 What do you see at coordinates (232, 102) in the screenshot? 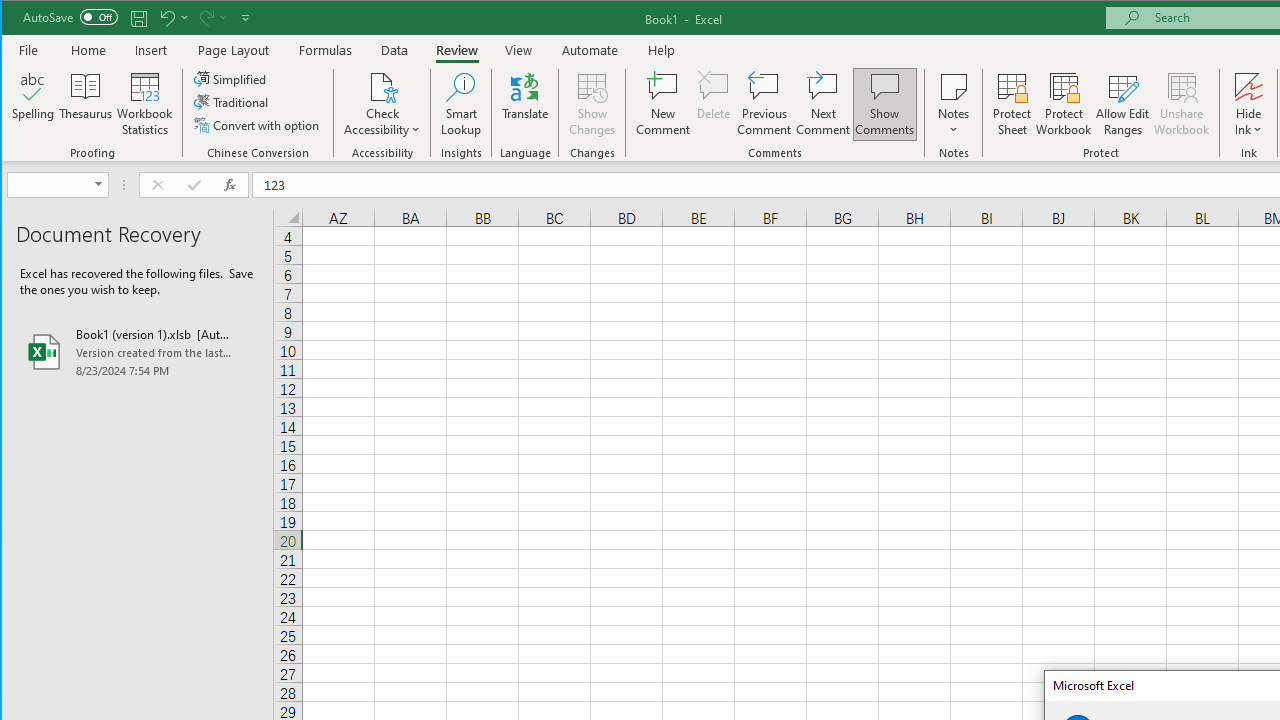
I see `'Traditional'` at bounding box center [232, 102].